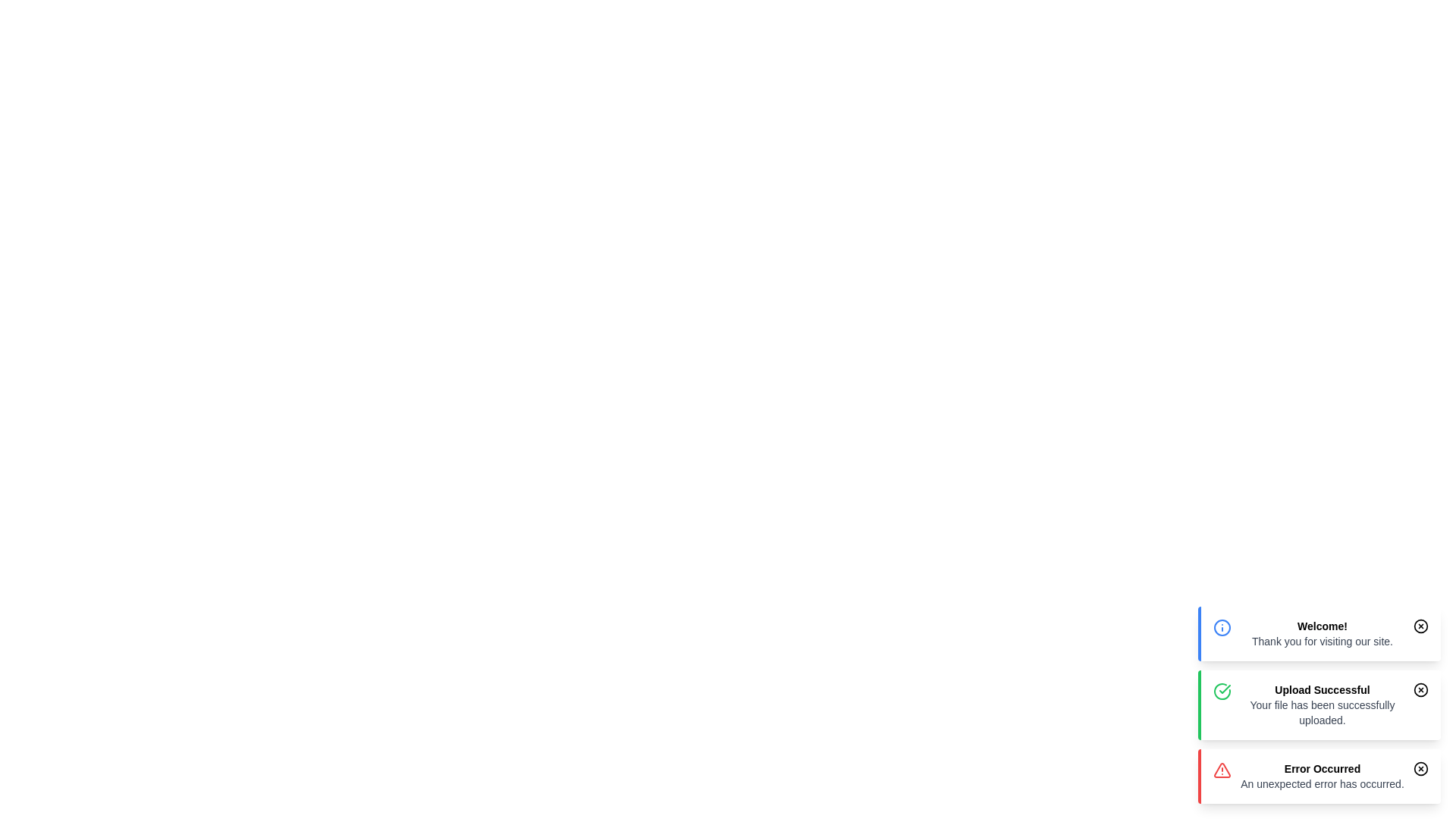 The width and height of the screenshot is (1456, 819). I want to click on message content of the Text block titled 'Error Occurred' located in the bottom right of the interface, below previous notifications, so click(1321, 776).